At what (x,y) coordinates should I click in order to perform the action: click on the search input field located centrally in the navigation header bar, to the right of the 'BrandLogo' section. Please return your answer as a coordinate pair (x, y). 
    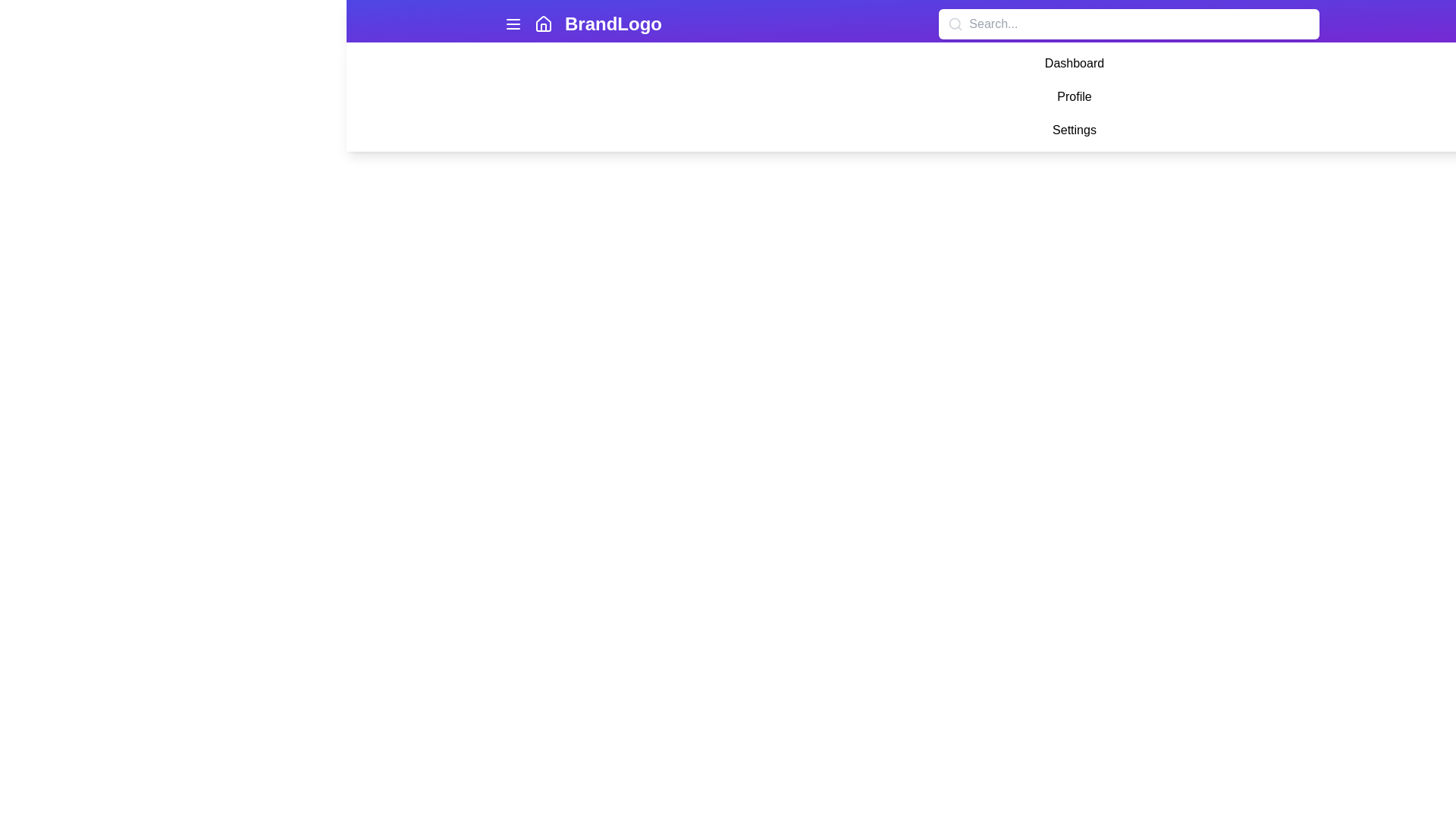
    Looking at the image, I should click on (1128, 24).